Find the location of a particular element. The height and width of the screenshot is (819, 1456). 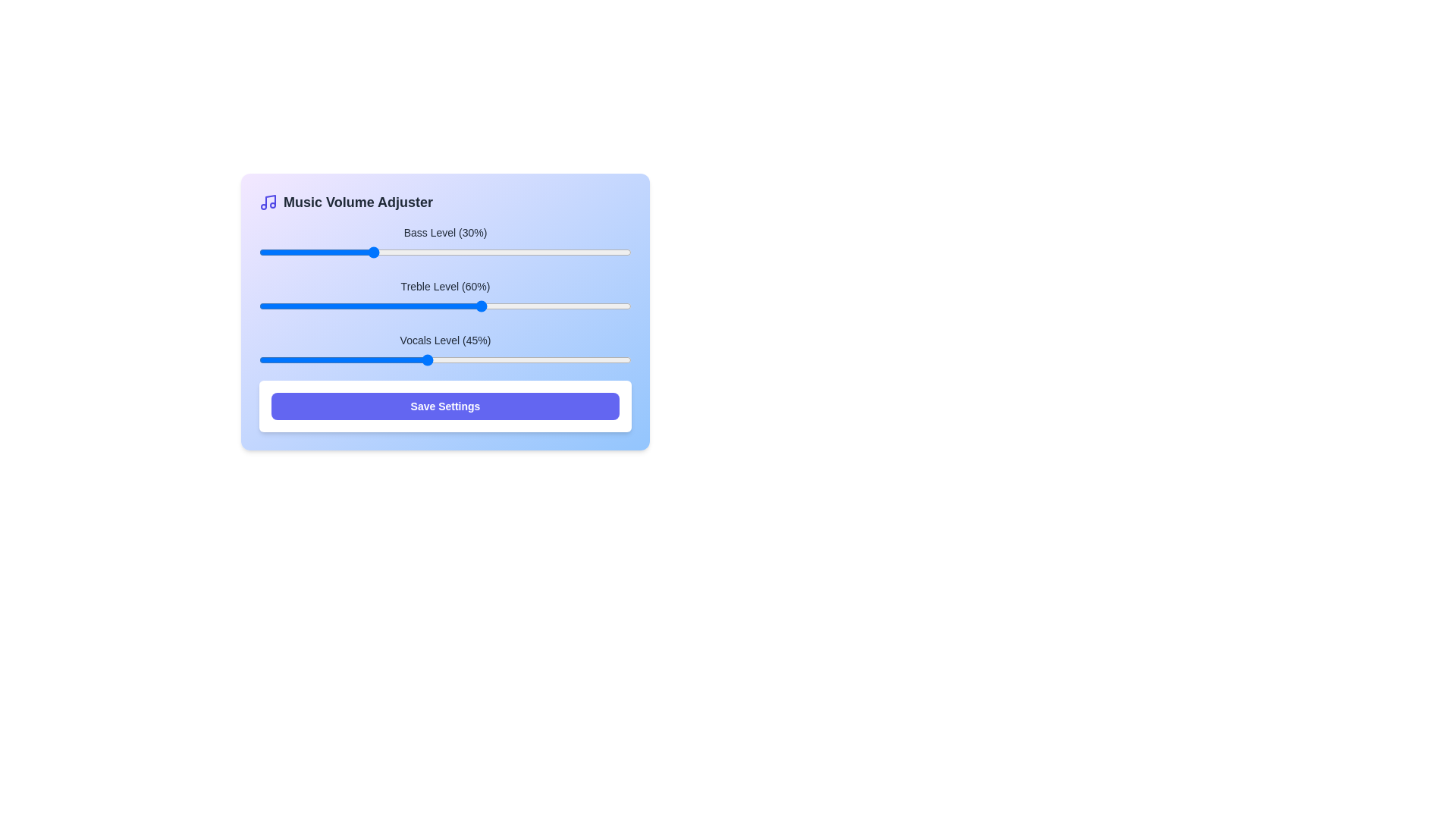

the text label reading 'Treble Level (60%)', which is centrally aligned and has a medium-dark gray color against a light blue background is located at coordinates (444, 287).